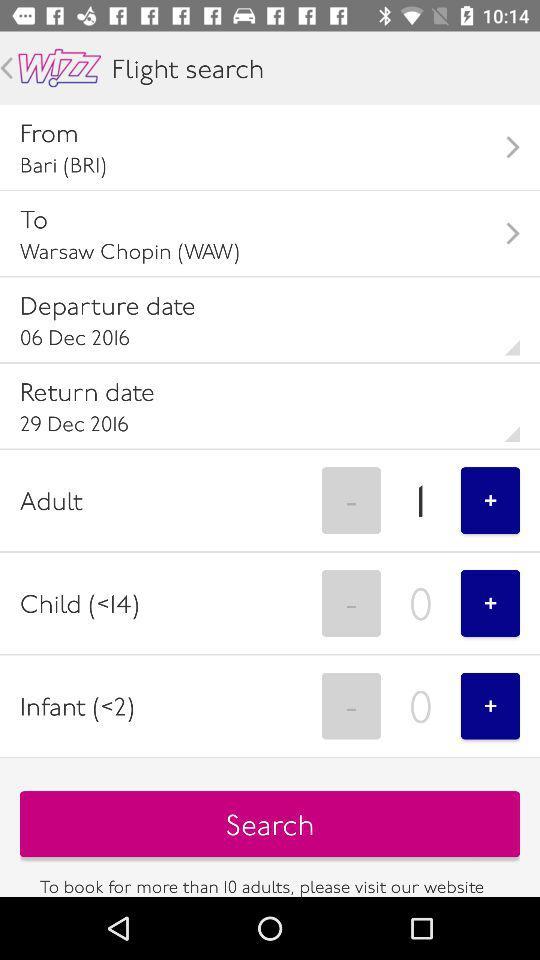 Image resolution: width=540 pixels, height=960 pixels. What do you see at coordinates (350, 706) in the screenshot?
I see `the item to the left of 0` at bounding box center [350, 706].